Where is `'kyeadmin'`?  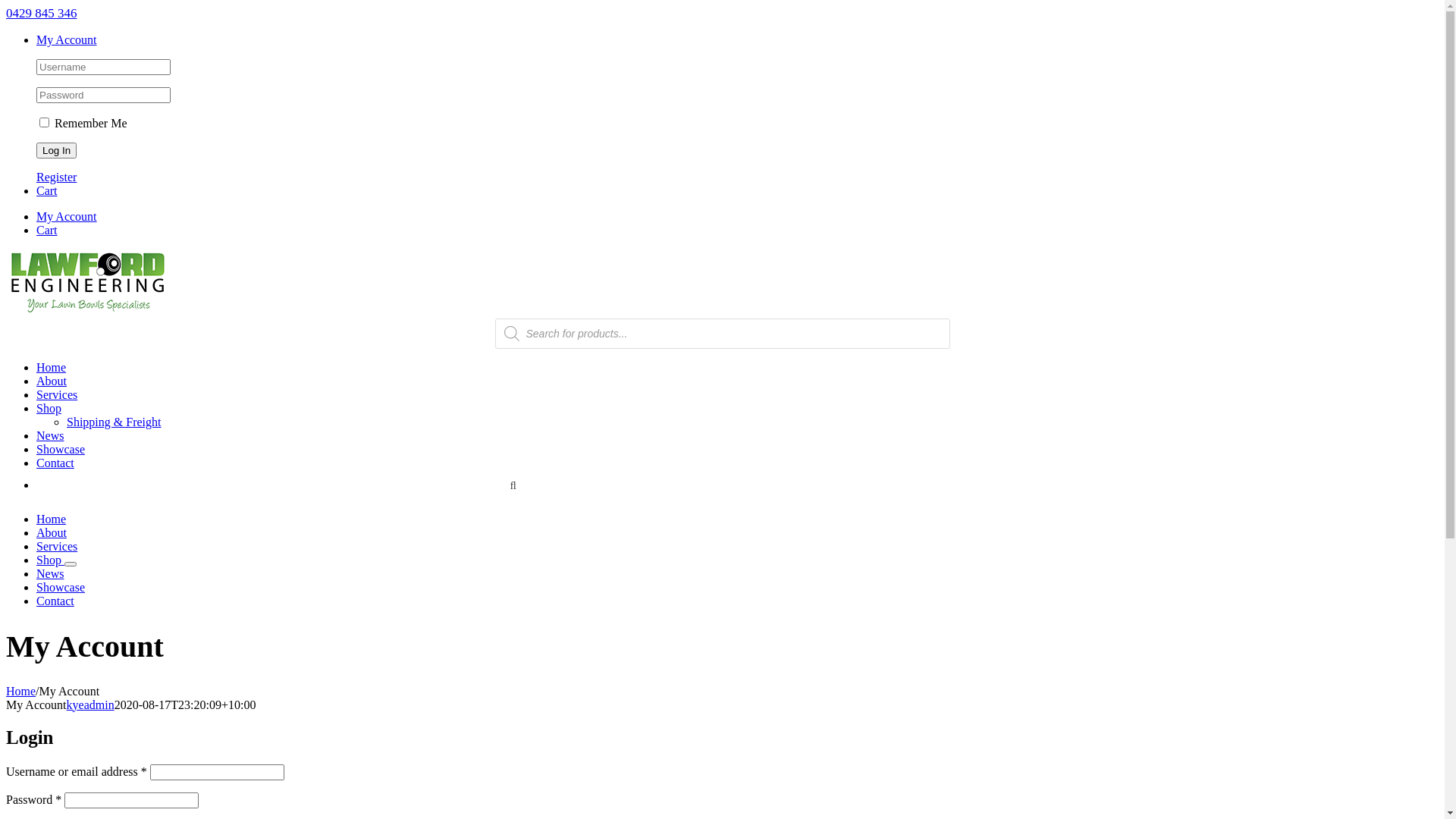 'kyeadmin' is located at coordinates (65, 704).